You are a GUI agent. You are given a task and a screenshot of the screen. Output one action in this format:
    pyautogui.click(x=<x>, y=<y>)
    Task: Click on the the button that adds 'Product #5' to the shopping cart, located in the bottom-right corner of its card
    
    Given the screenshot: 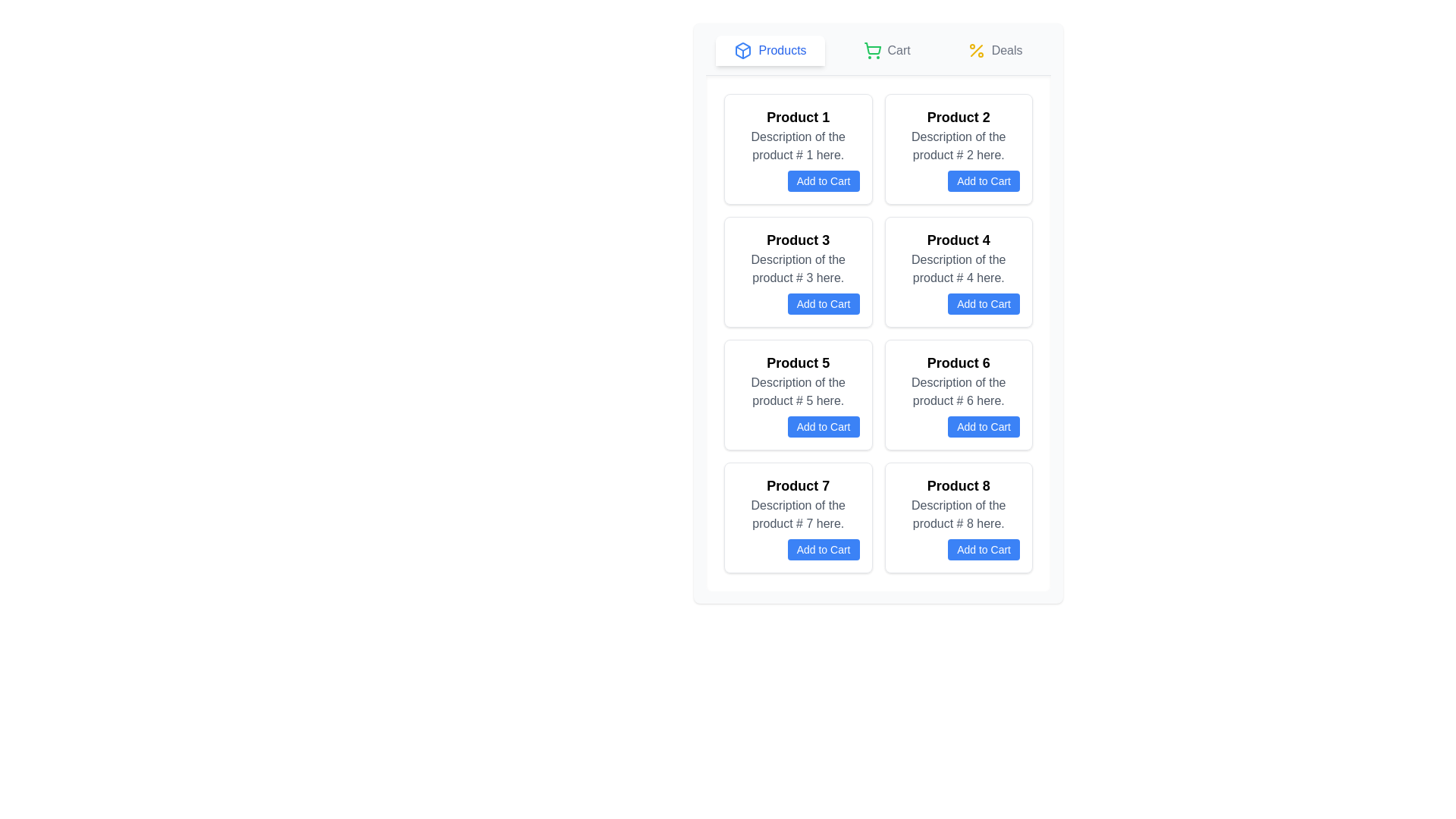 What is the action you would take?
    pyautogui.click(x=823, y=427)
    